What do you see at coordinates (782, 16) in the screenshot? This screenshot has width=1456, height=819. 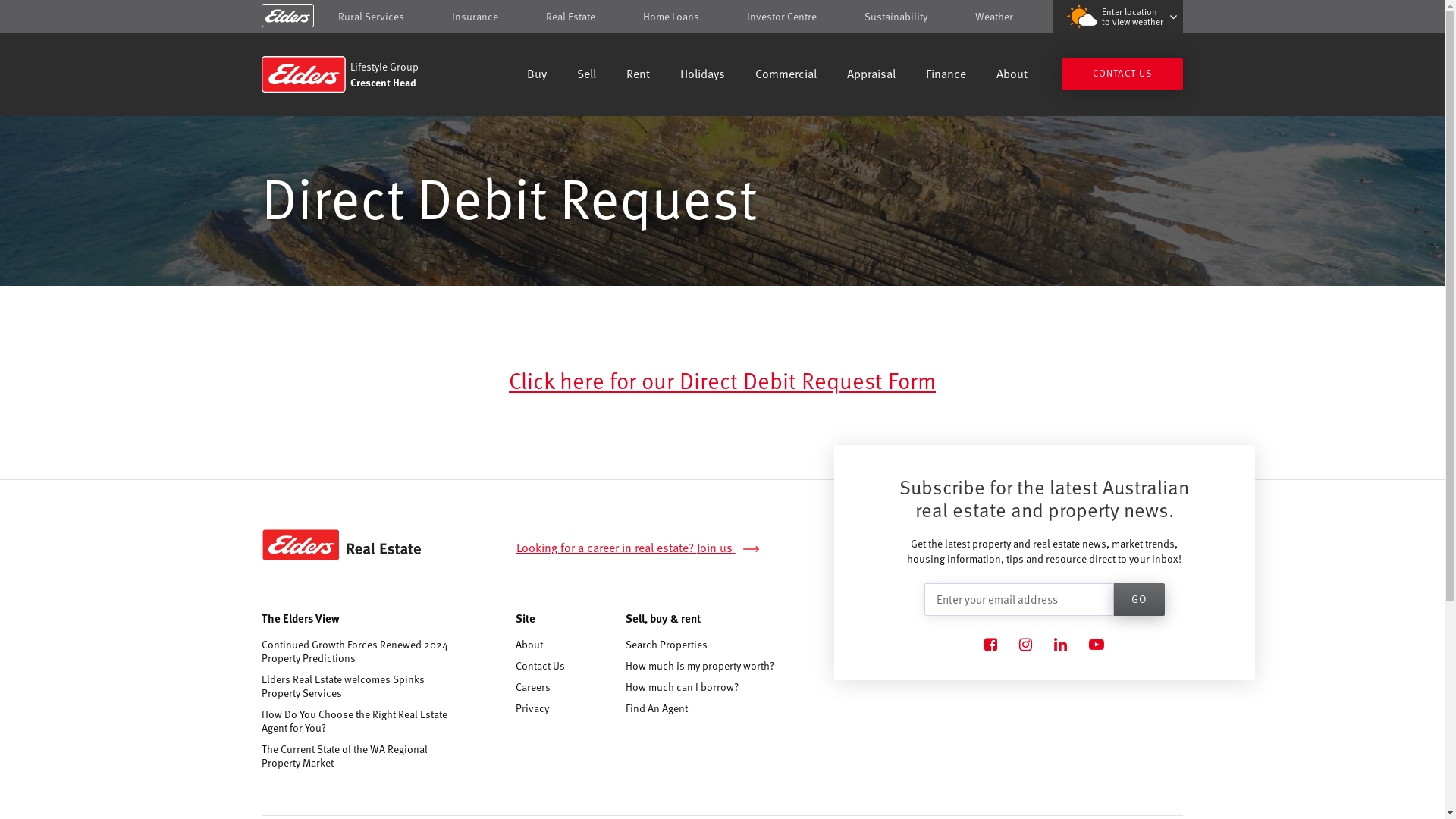 I see `'Investor Centre'` at bounding box center [782, 16].